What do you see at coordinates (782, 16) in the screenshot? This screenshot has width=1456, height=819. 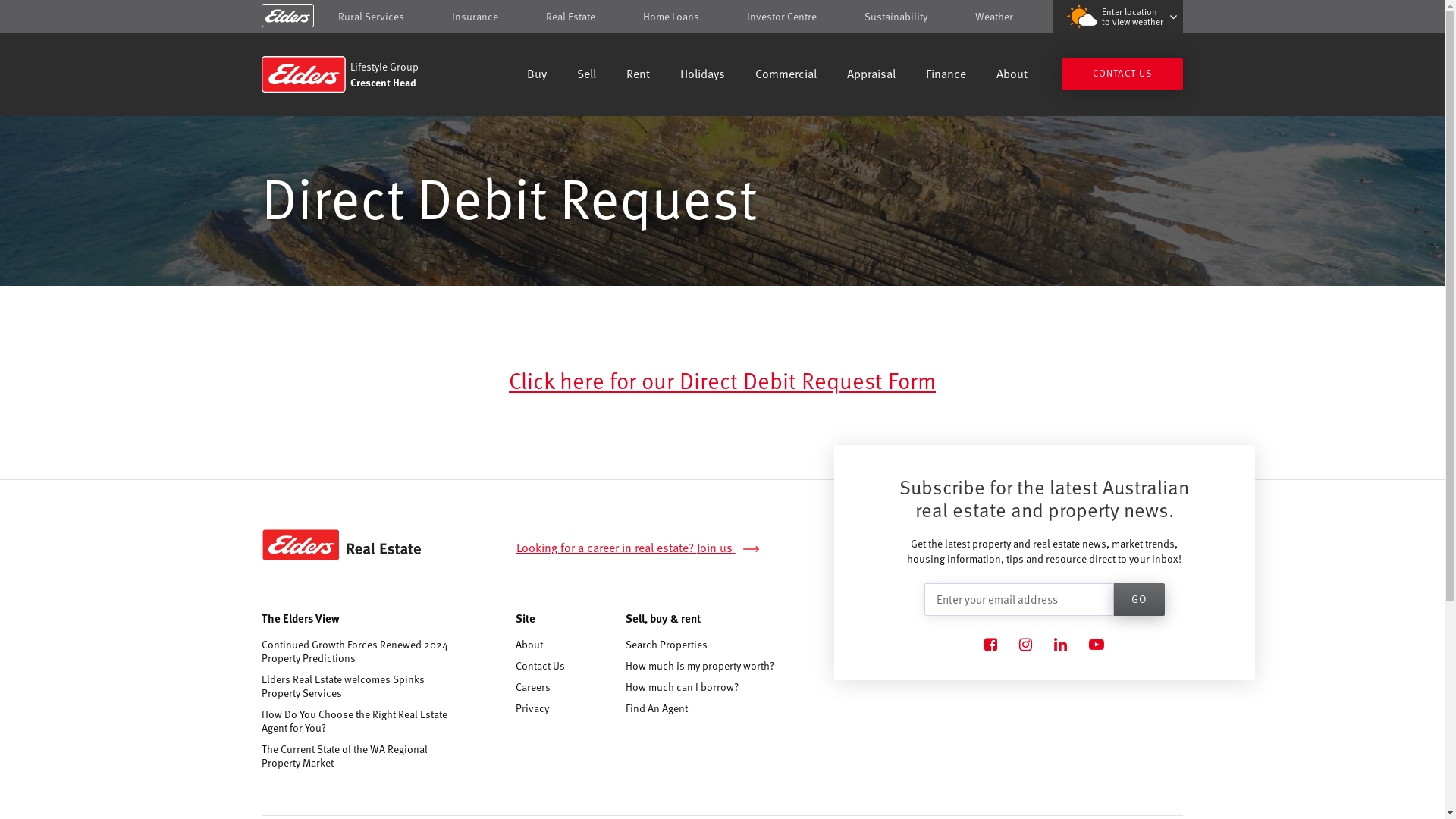 I see `'Investor Centre'` at bounding box center [782, 16].